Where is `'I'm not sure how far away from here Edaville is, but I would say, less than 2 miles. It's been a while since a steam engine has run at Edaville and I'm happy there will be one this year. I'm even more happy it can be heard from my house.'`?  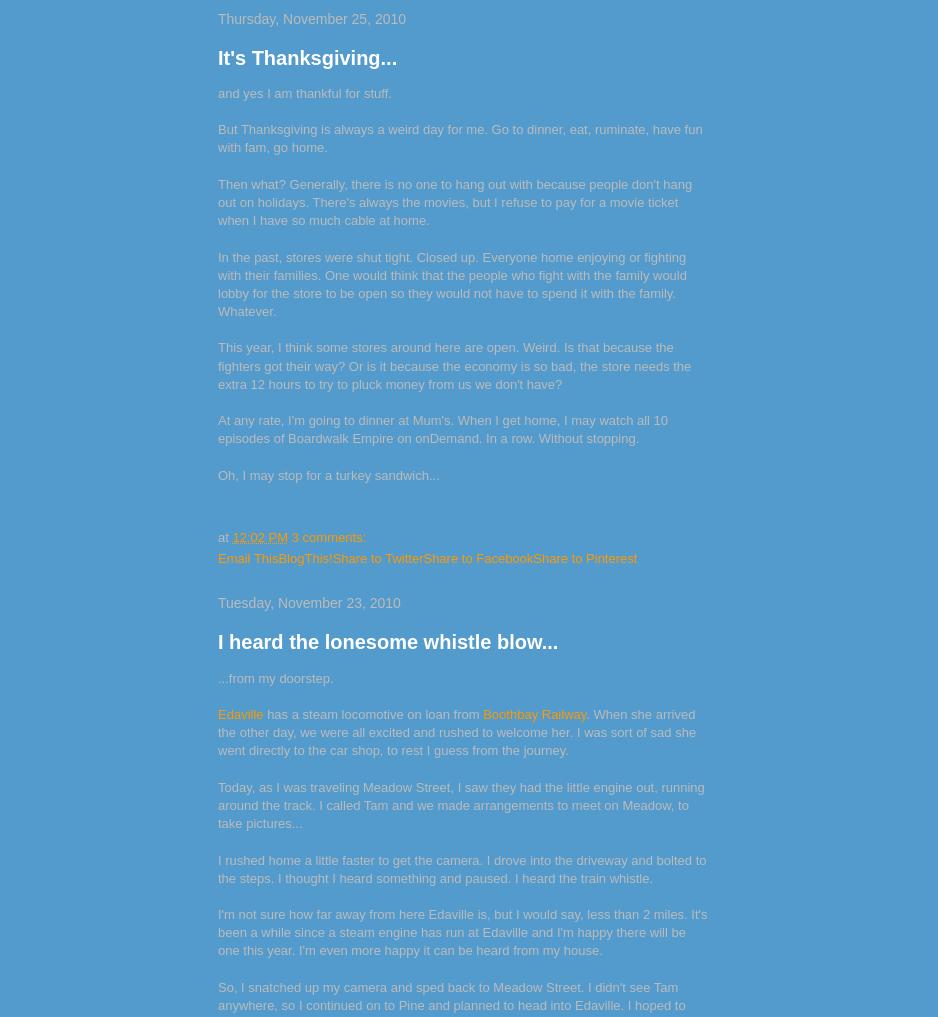 'I'm not sure how far away from here Edaville is, but I would say, less than 2 miles. It's been a while since a steam engine has run at Edaville and I'm happy there will be one this year. I'm even more happy it can be heard from my house.' is located at coordinates (461, 931).